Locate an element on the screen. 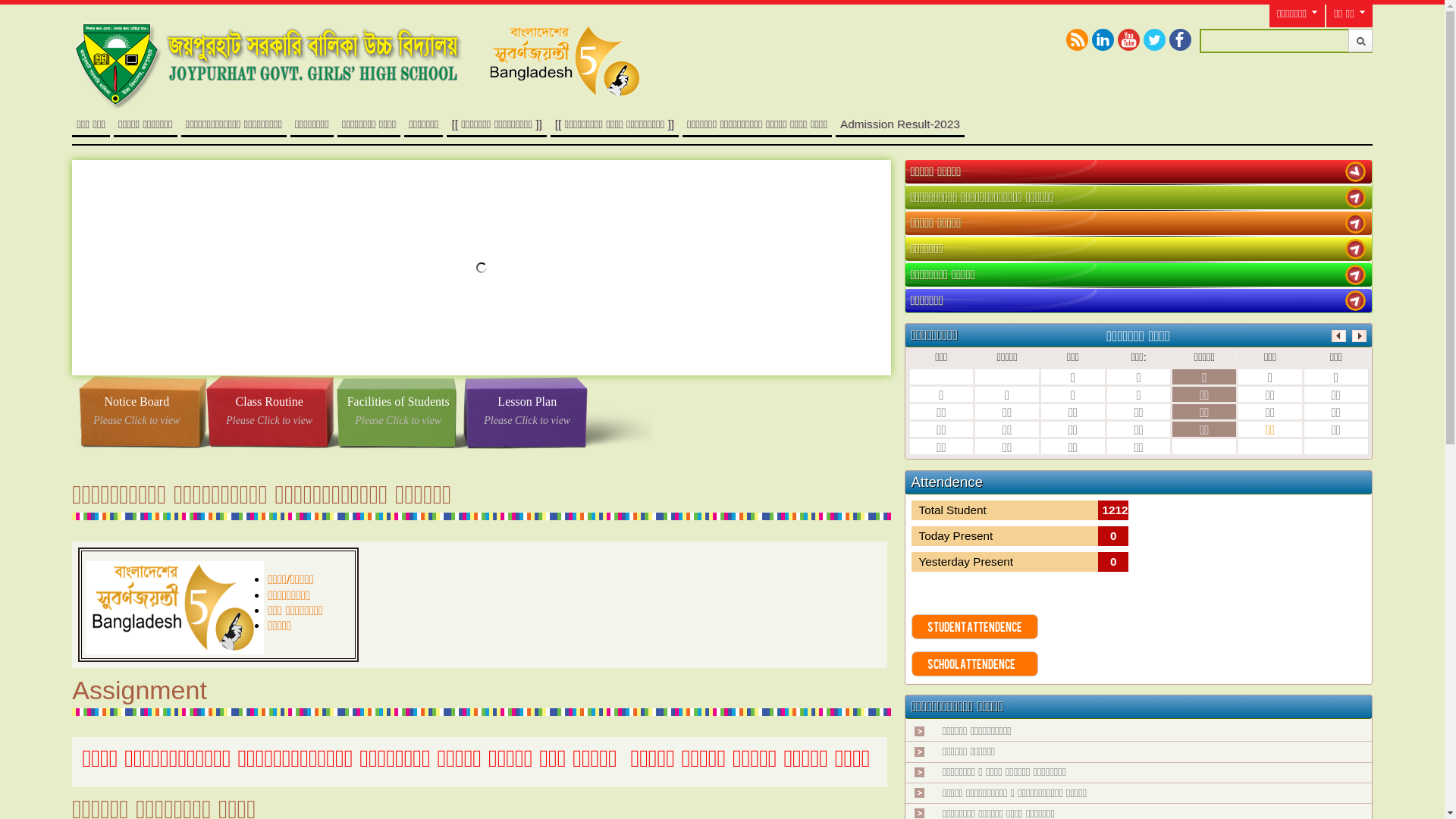  'School Attendence' is located at coordinates (974, 663).